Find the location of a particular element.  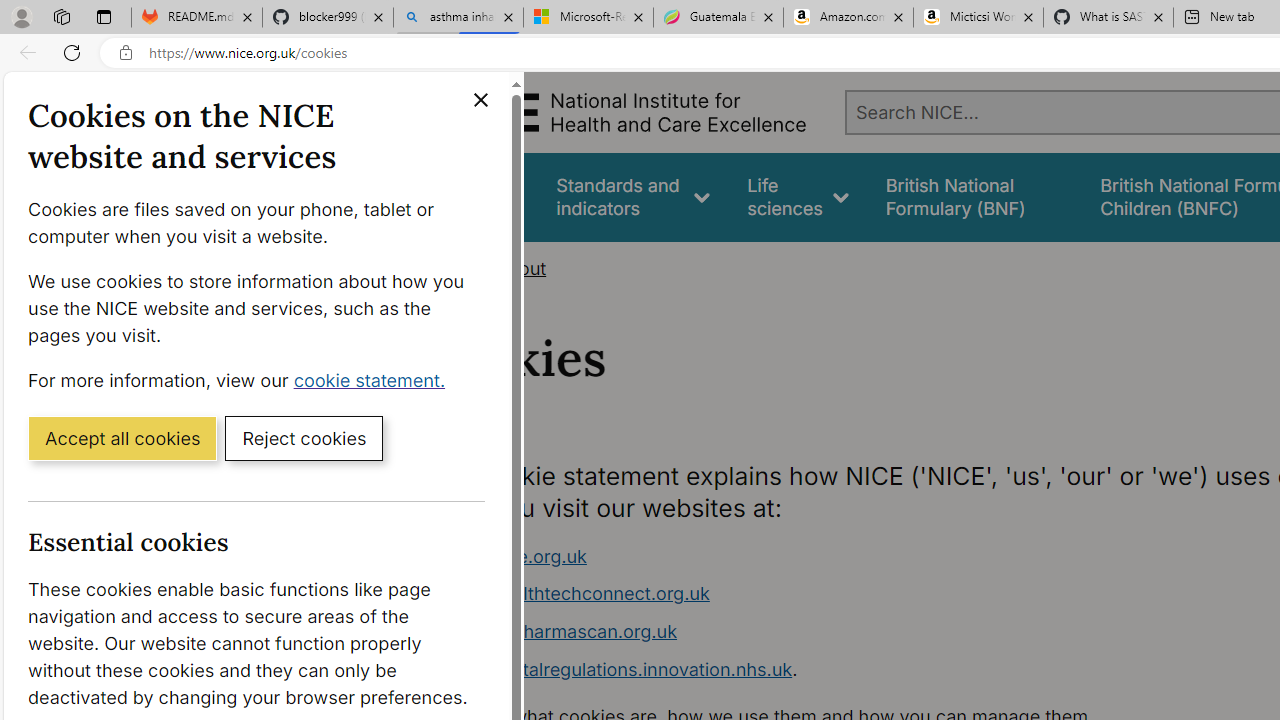

'Refresh' is located at coordinates (72, 51).